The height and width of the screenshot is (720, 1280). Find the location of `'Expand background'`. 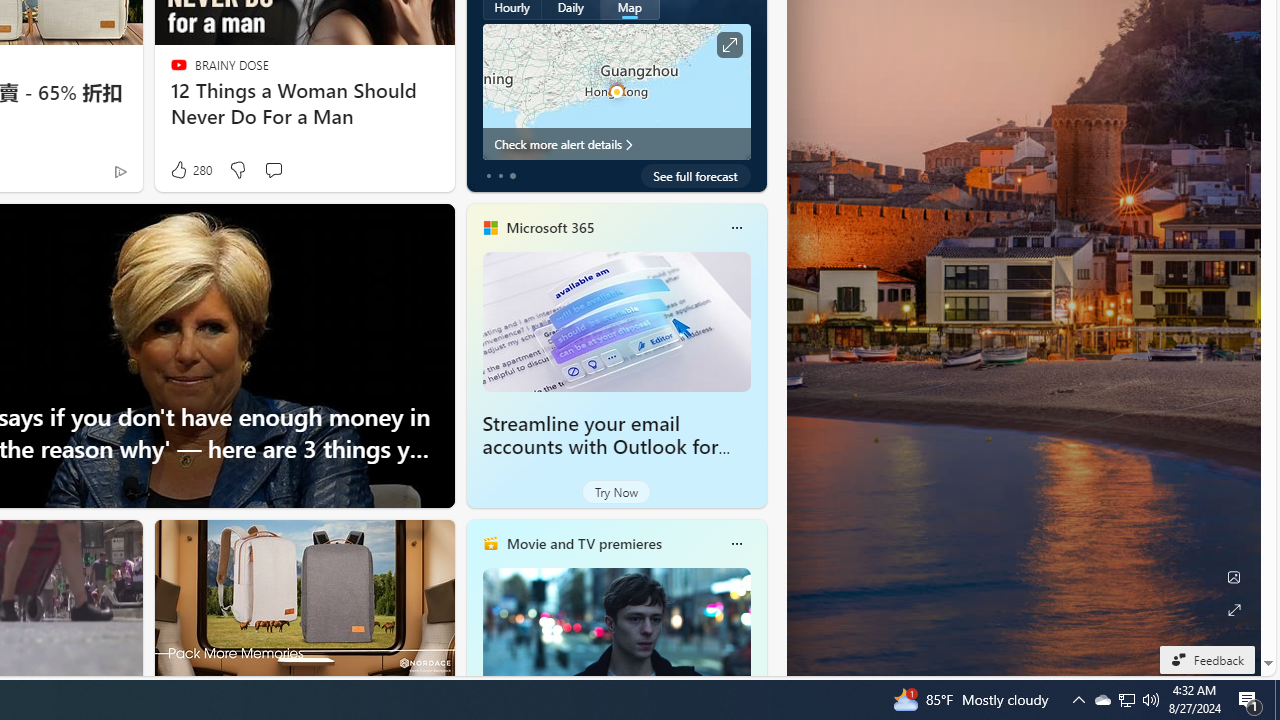

'Expand background' is located at coordinates (1232, 609).